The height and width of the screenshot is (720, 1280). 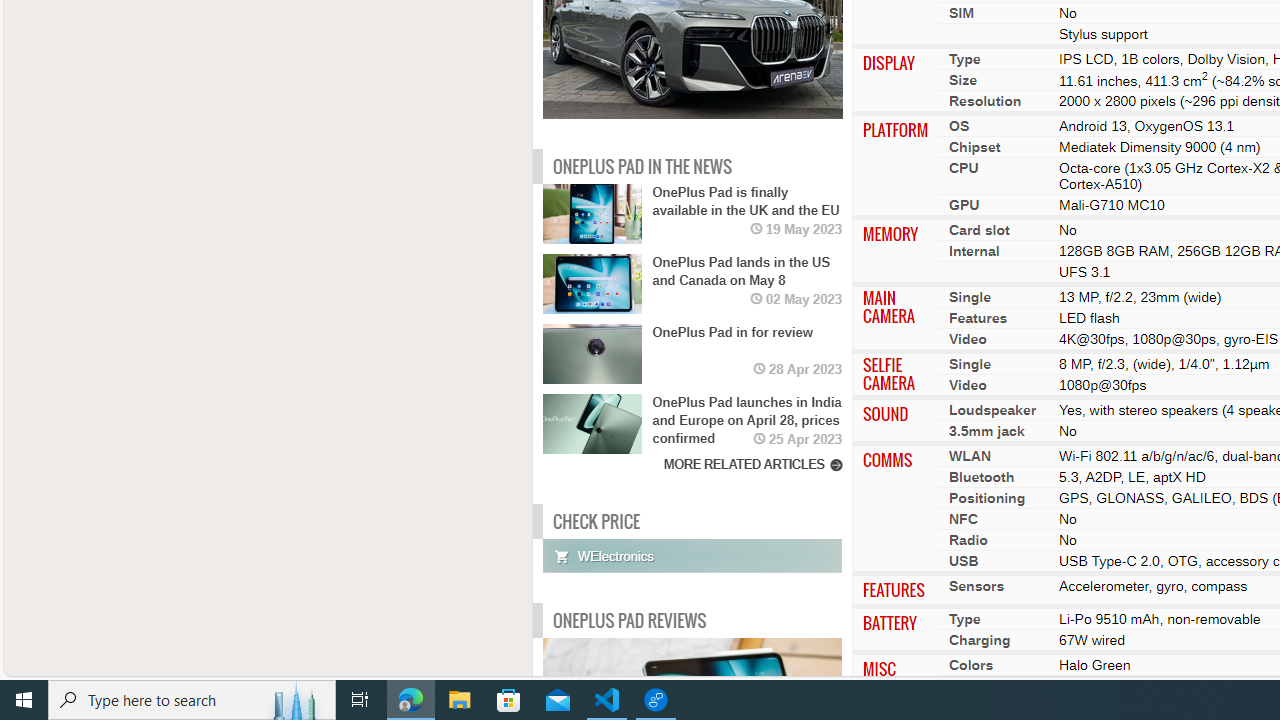 I want to click on '3.5mm jack', so click(x=986, y=430).